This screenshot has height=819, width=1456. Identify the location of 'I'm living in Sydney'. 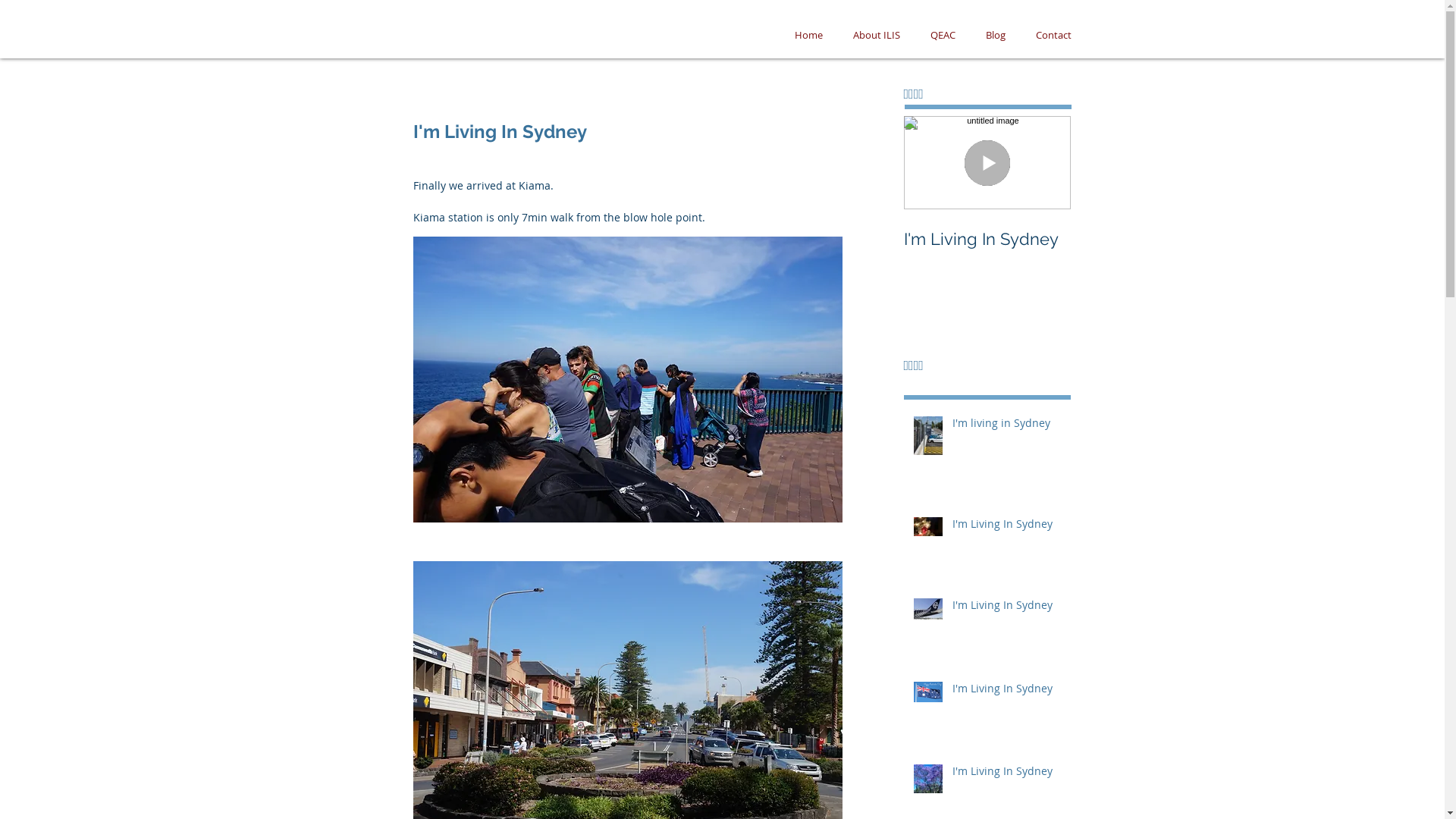
(952, 426).